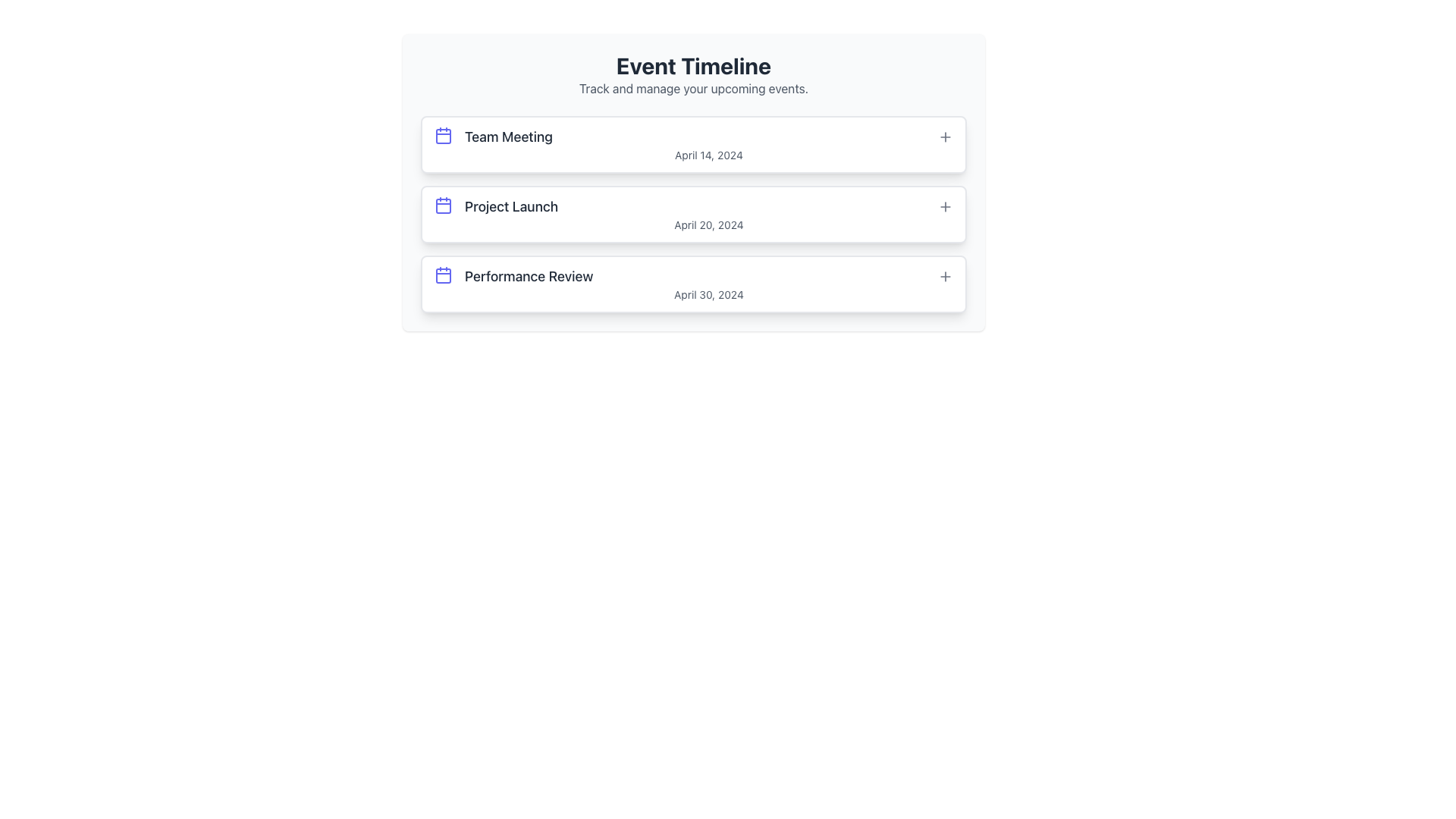  What do you see at coordinates (443, 205) in the screenshot?
I see `the calendar icon located to the left of the 'Project Launch' text` at bounding box center [443, 205].